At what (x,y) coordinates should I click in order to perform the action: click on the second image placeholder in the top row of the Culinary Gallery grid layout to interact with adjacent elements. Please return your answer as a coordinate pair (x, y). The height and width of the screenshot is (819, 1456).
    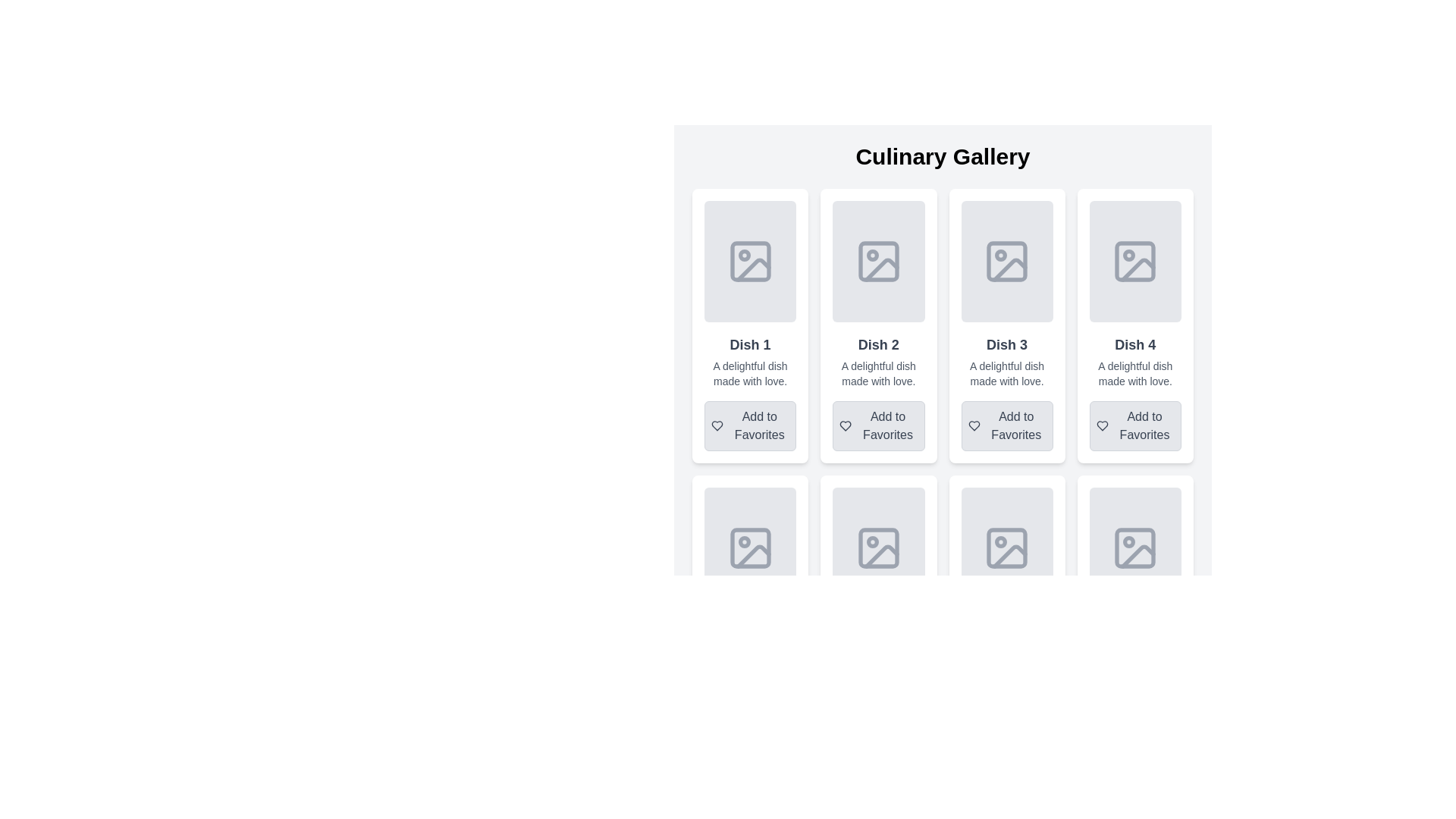
    Looking at the image, I should click on (881, 269).